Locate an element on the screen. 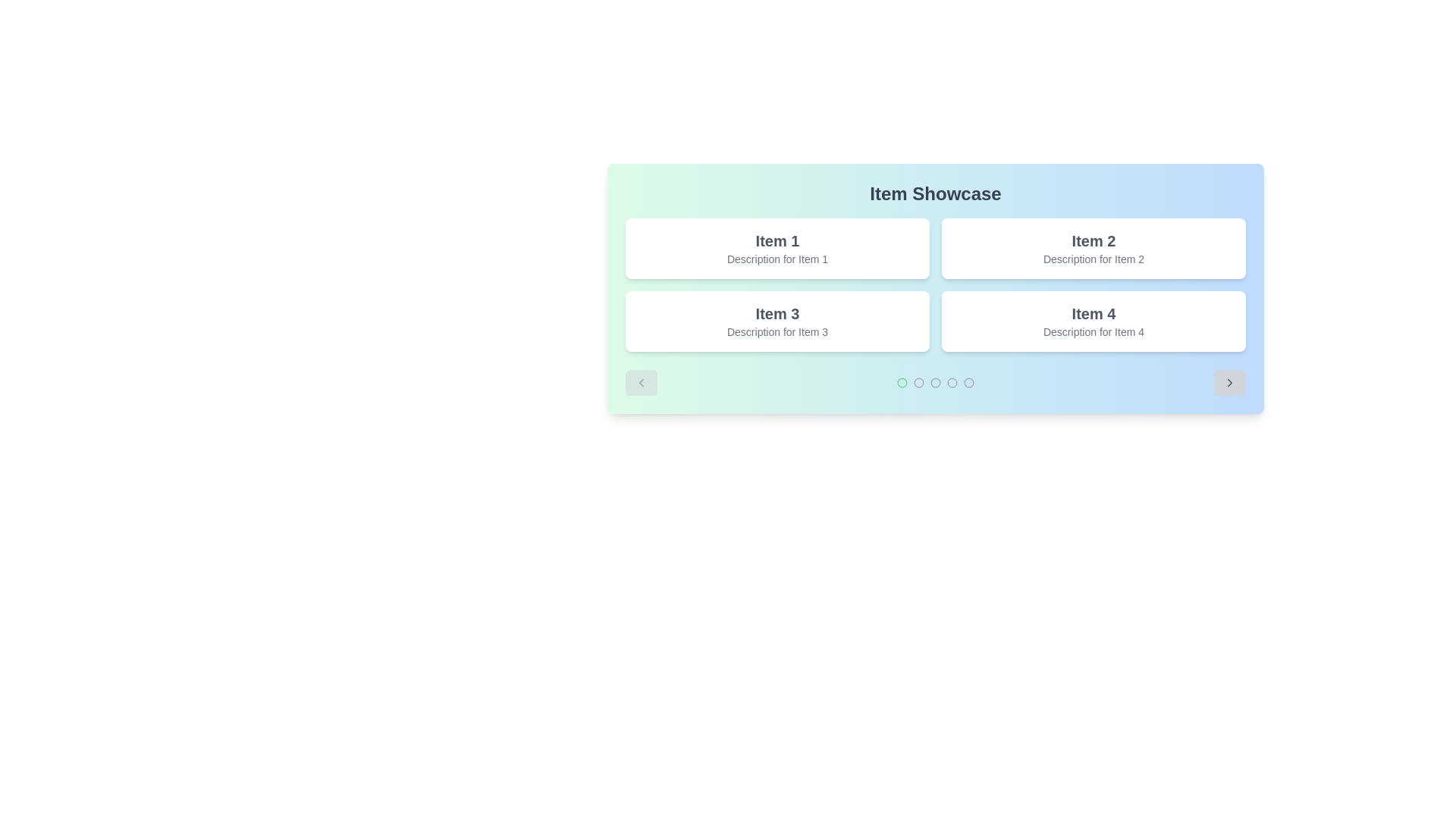  the title text element that serves as the heading for the associated card, located in the top-left quadrant of the grid structure is located at coordinates (777, 240).